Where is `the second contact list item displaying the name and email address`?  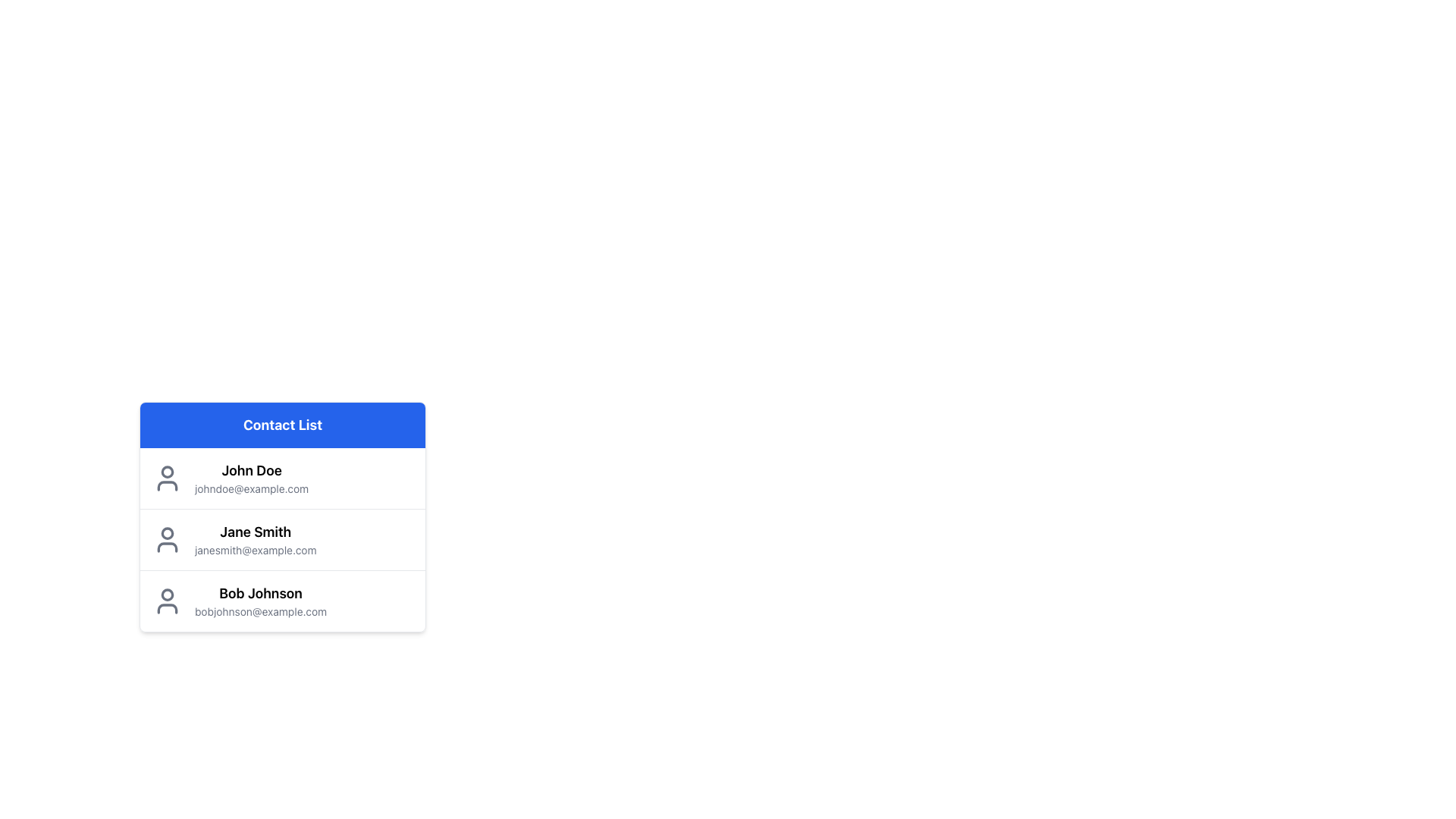 the second contact list item displaying the name and email address is located at coordinates (283, 516).